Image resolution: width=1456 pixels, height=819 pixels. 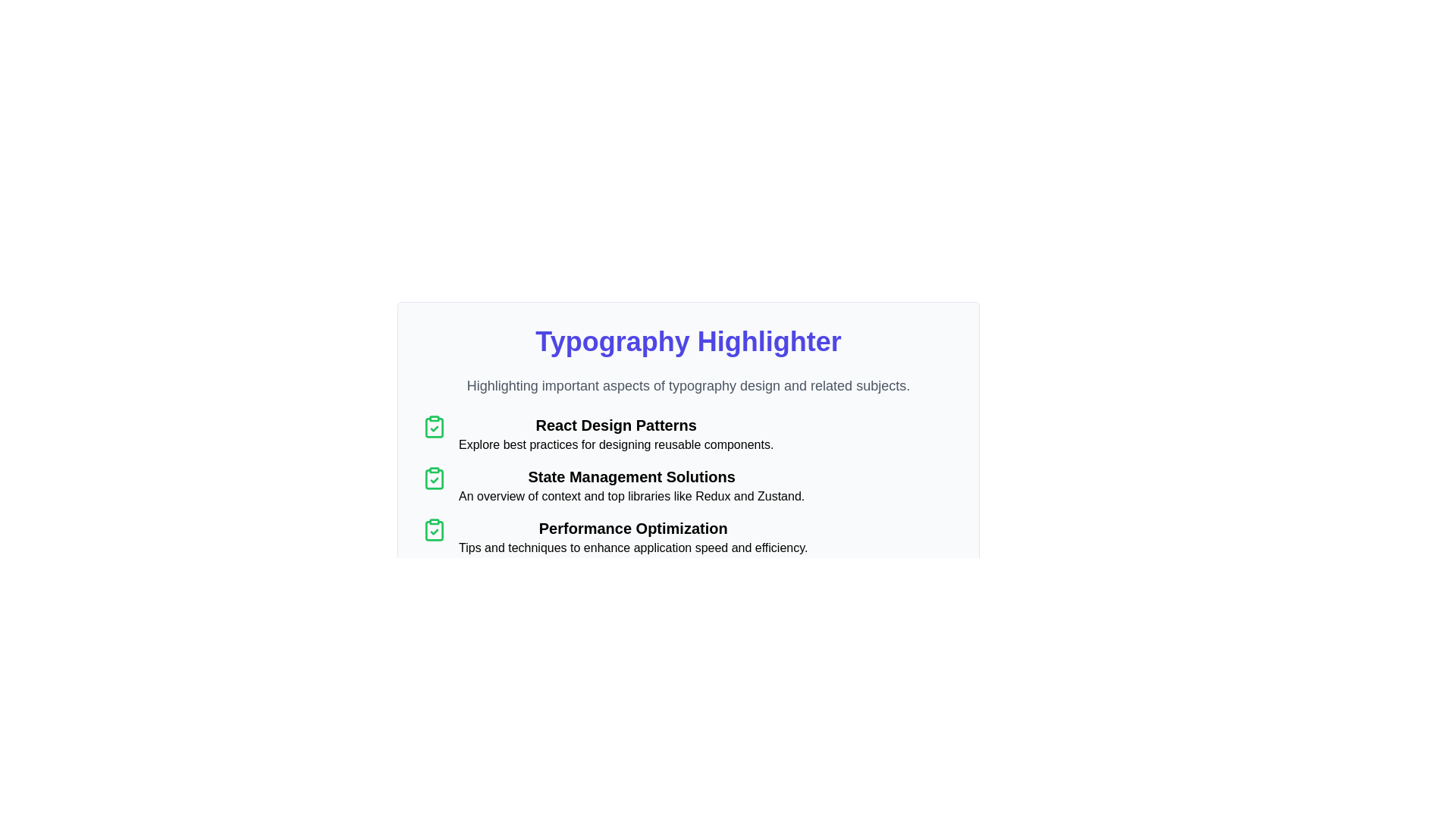 What do you see at coordinates (616, 435) in the screenshot?
I see `the title in the Text block that provides information or navigation related to the topic or feature, located below the heading 'Typography Highlighter' and to the right of a green icon` at bounding box center [616, 435].